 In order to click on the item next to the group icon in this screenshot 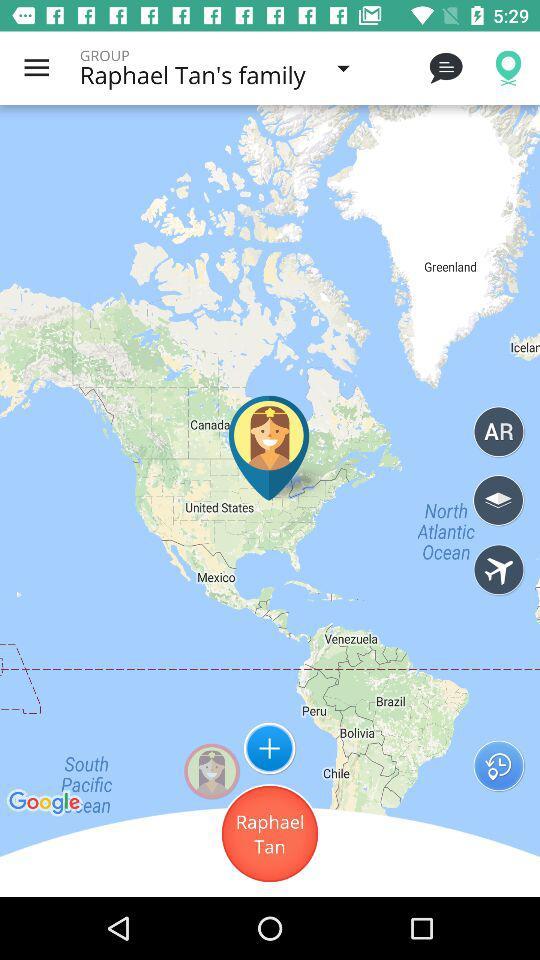, I will do `click(36, 68)`.